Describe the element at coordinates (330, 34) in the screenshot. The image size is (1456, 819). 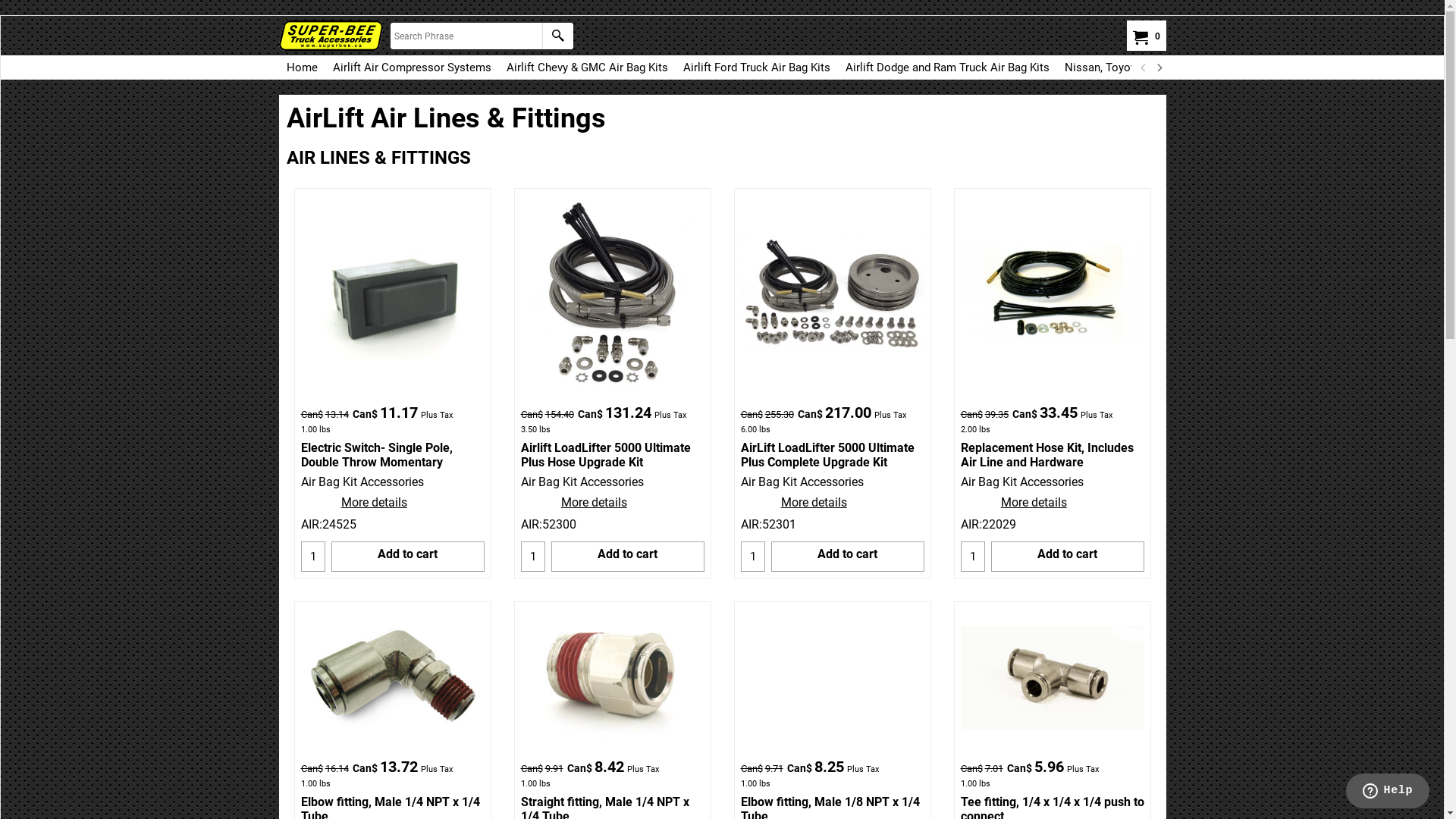
I see `'AirBagKits.ca'` at that location.